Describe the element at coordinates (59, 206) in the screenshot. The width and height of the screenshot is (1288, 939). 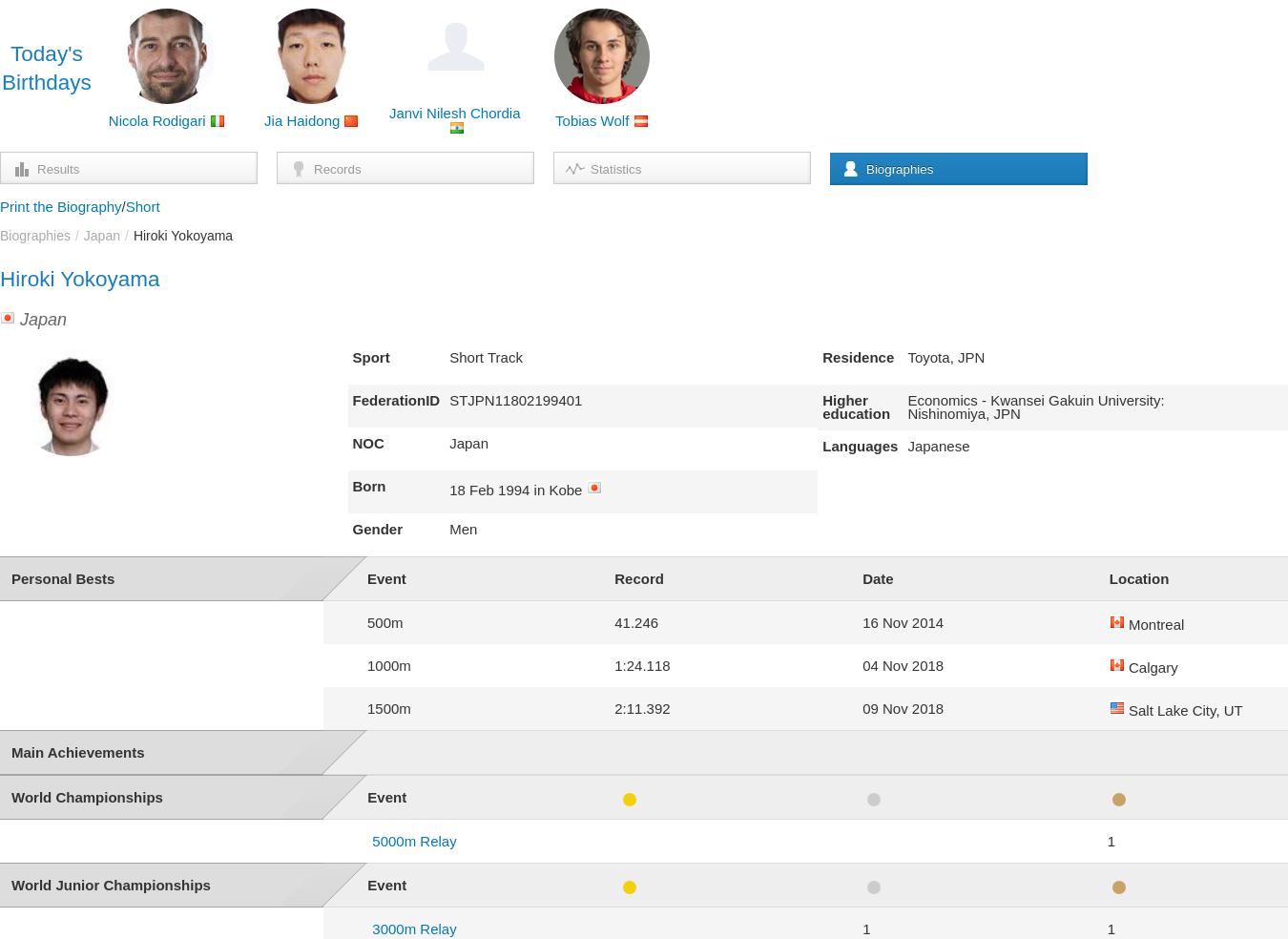
I see `'Print the Biography'` at that location.